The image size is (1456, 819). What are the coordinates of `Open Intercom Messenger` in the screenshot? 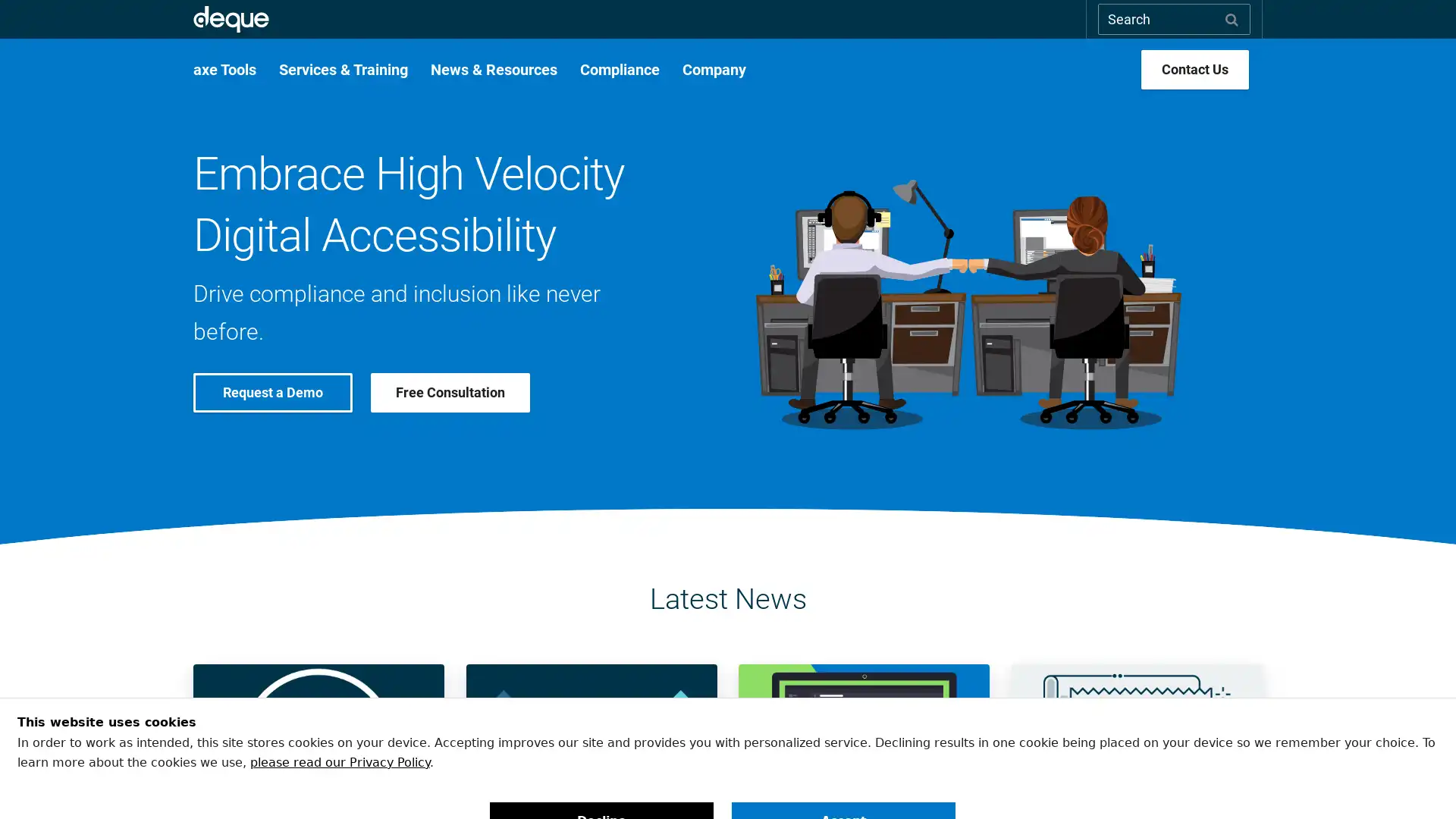 It's located at (1417, 780).